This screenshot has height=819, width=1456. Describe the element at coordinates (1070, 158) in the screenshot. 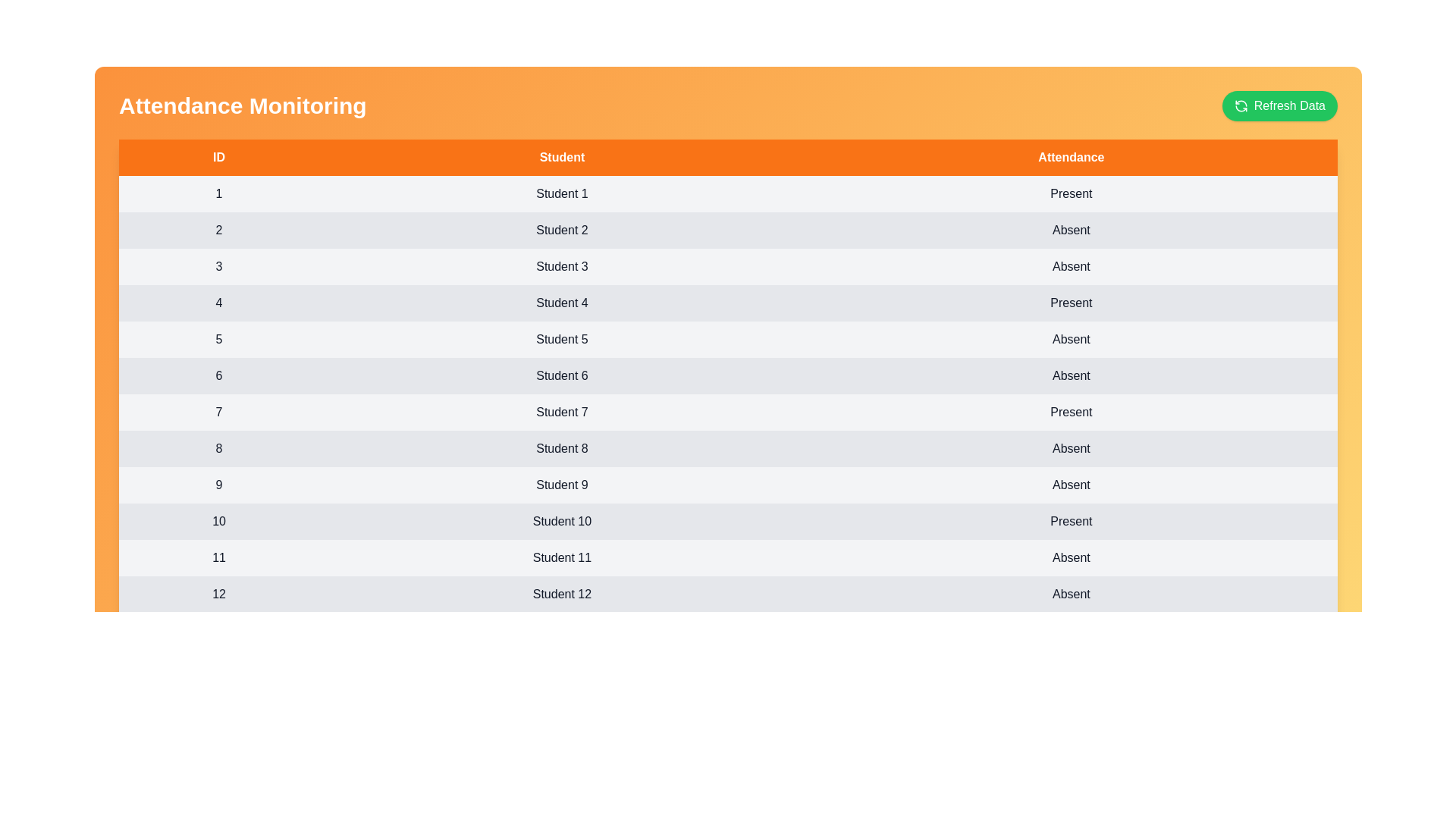

I see `the header Attendance to sort the table by that column` at that location.